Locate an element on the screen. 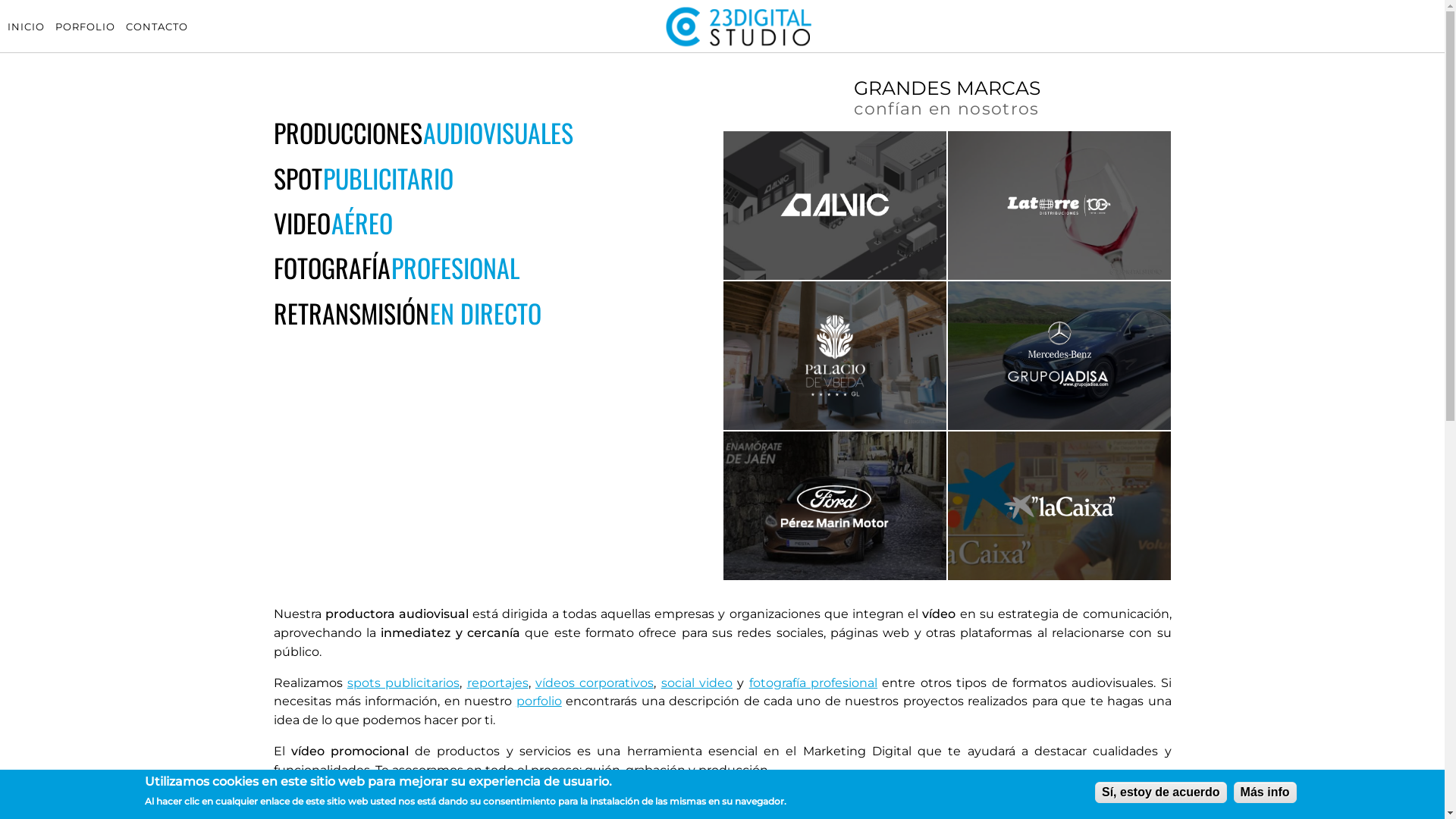 The width and height of the screenshot is (1456, 819). 'reportajes' is located at coordinates (466, 682).